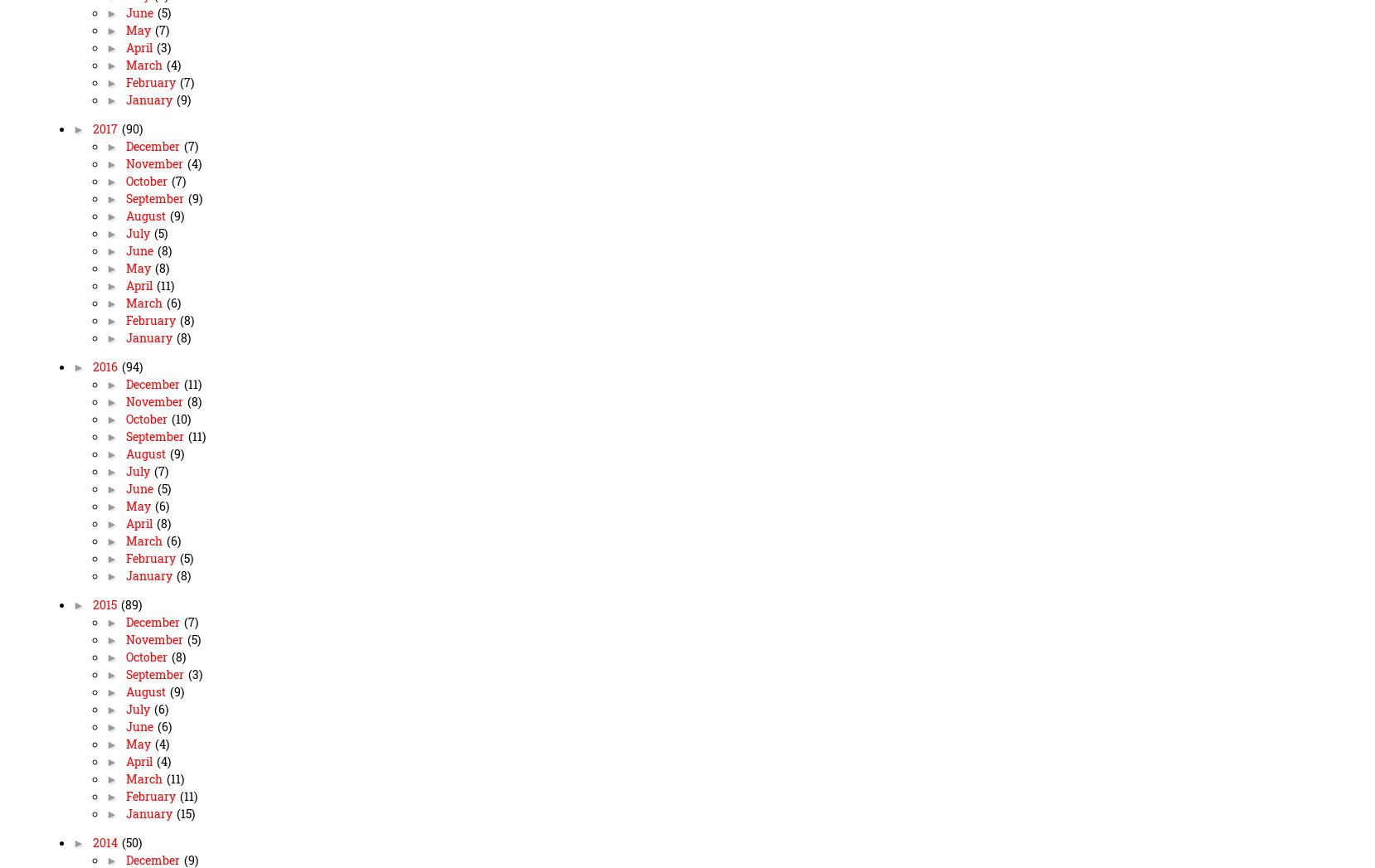 The image size is (1375, 868). I want to click on '(89)', so click(130, 605).